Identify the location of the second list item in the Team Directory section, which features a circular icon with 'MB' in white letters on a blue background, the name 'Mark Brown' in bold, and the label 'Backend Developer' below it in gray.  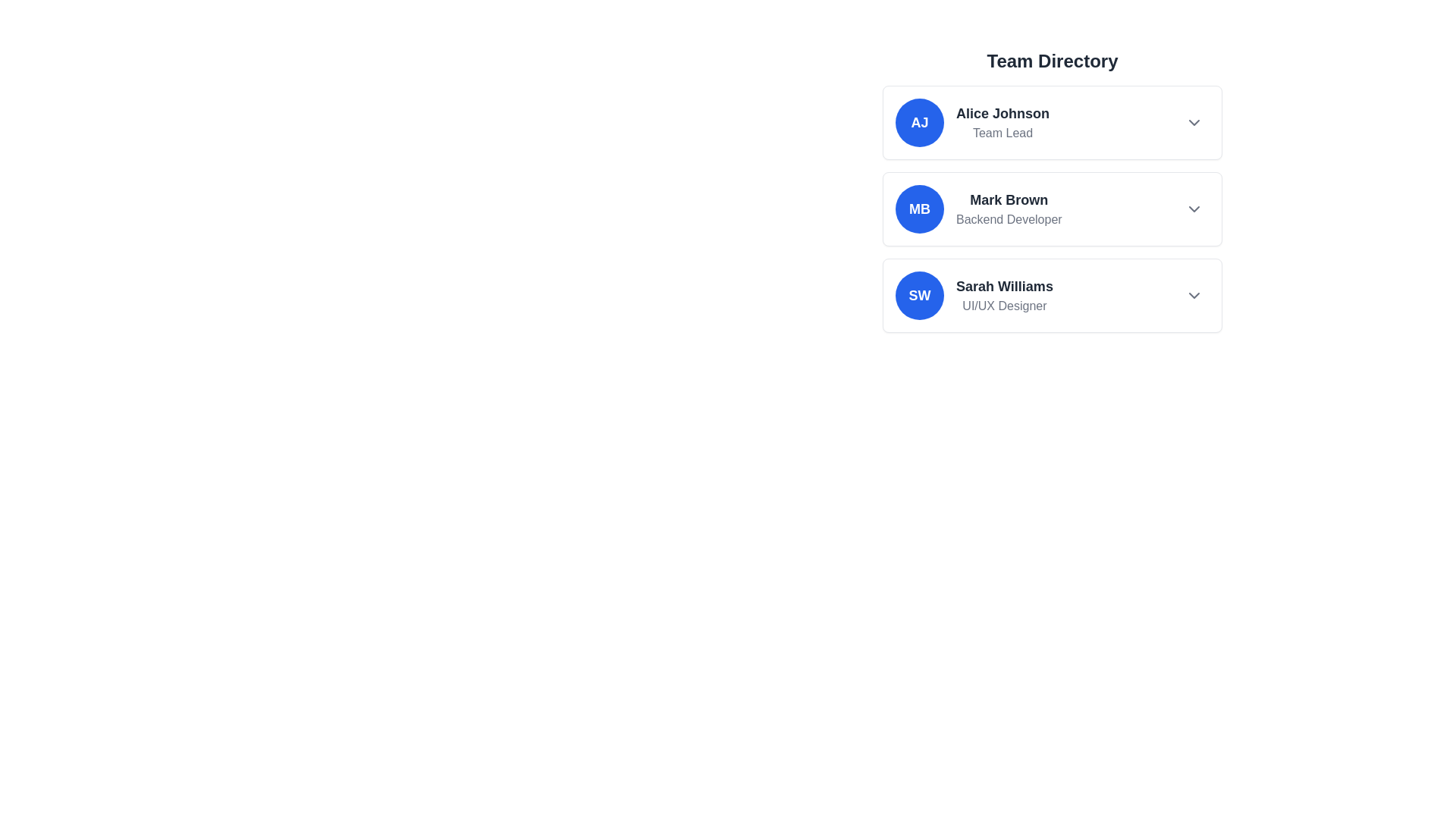
(1051, 209).